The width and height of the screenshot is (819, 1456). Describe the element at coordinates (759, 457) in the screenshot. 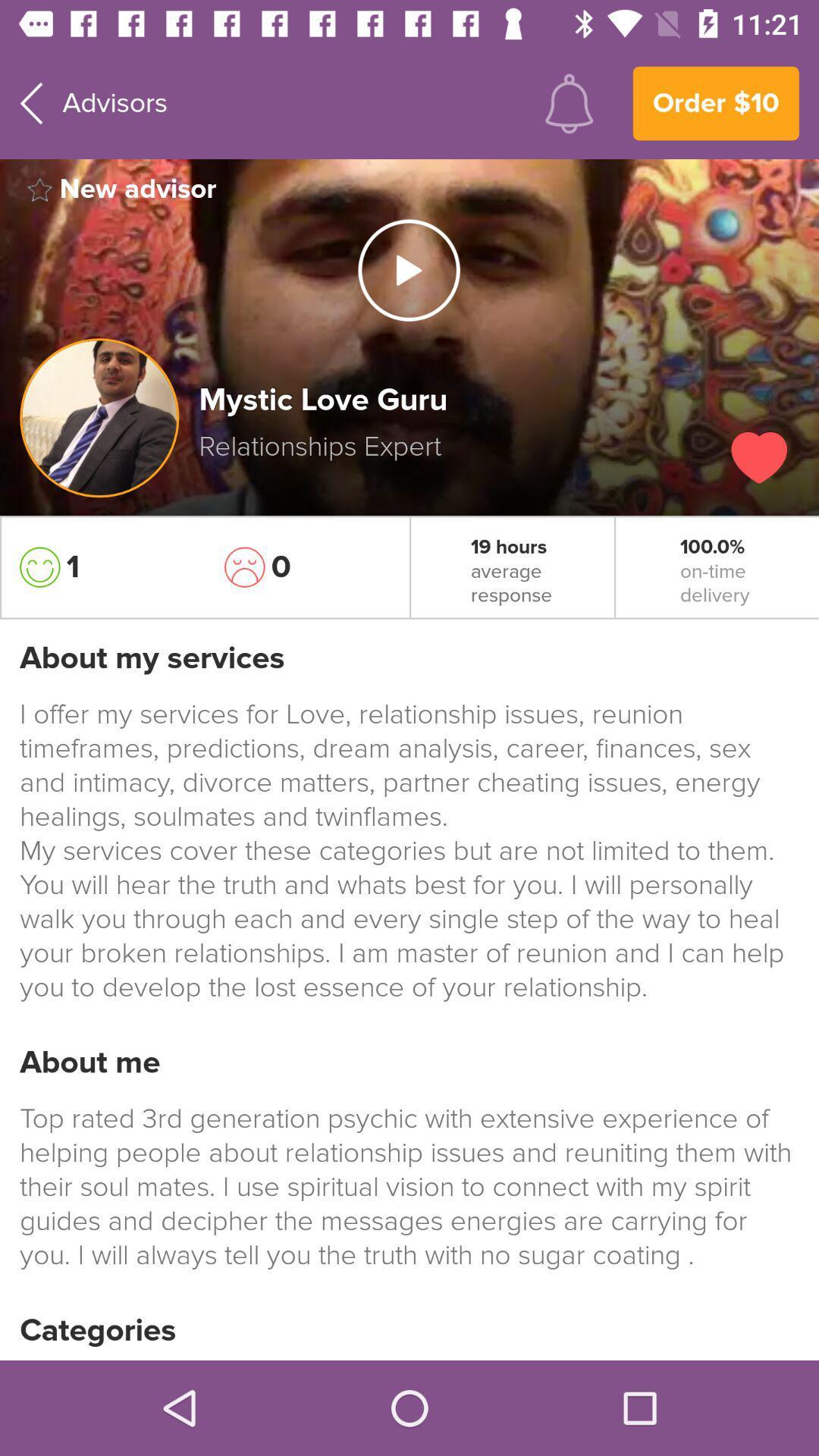

I see `like this profile` at that location.